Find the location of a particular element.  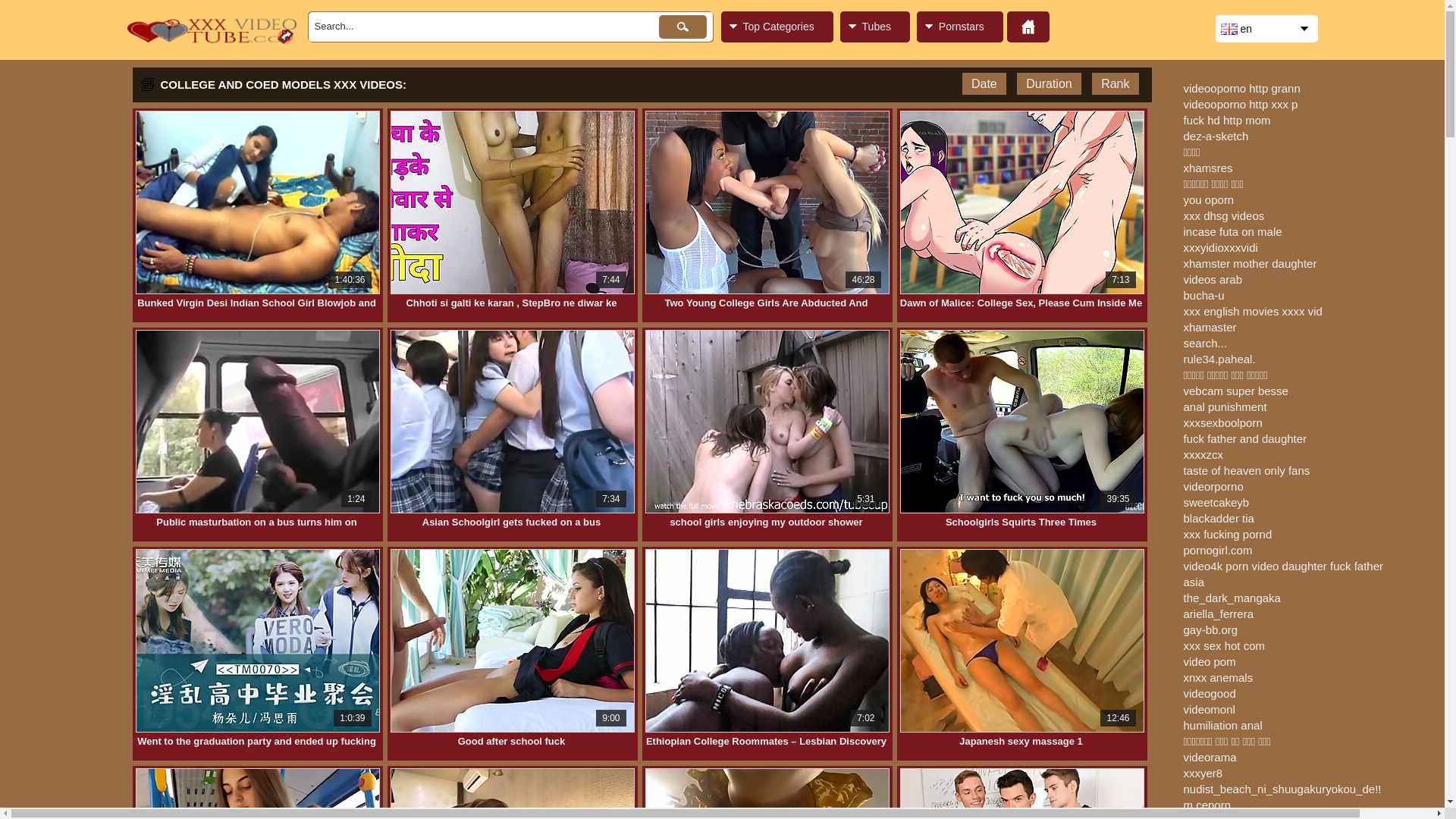

'videorama' is located at coordinates (1208, 757).